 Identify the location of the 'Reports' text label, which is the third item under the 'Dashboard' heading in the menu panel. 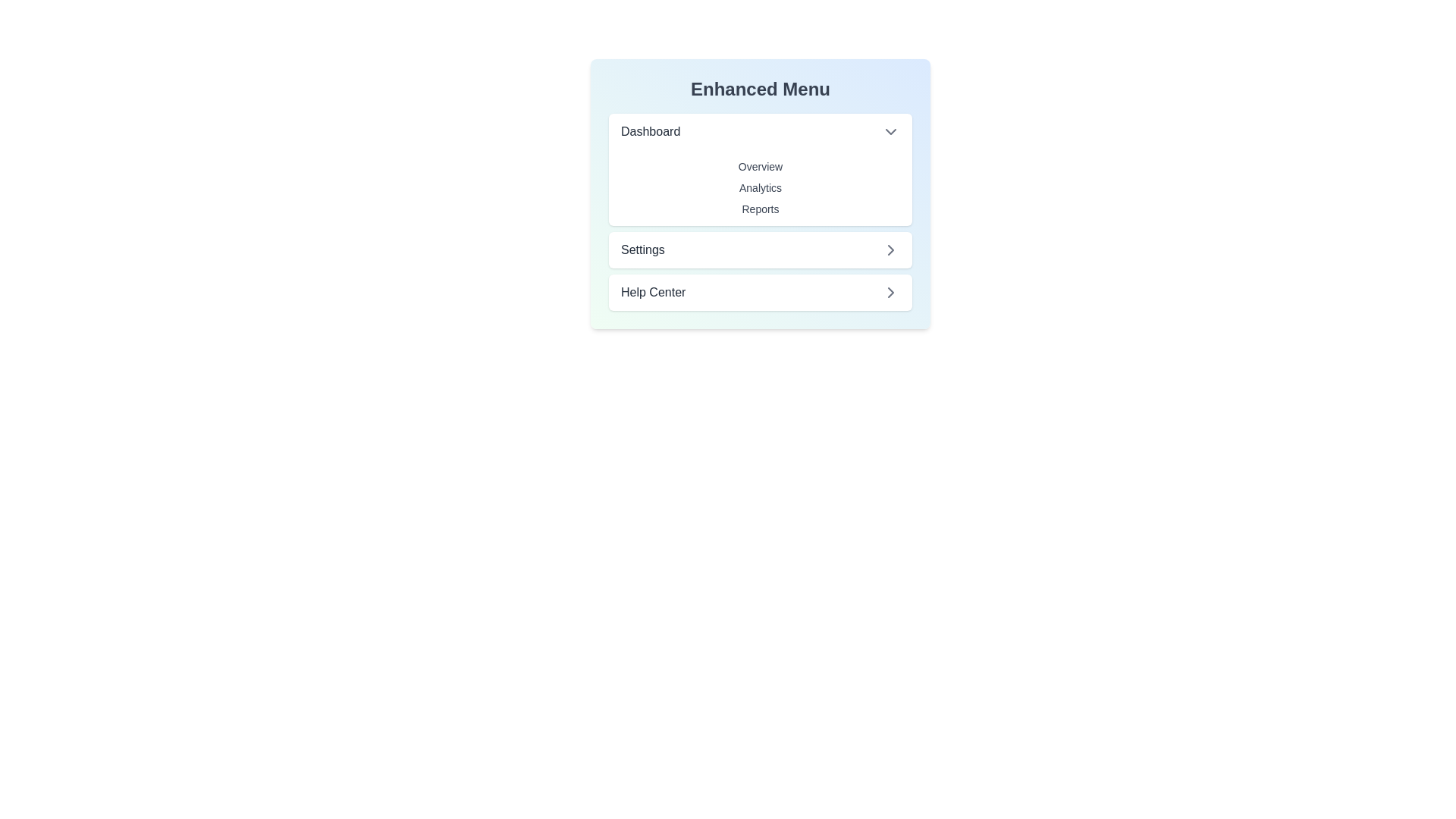
(761, 212).